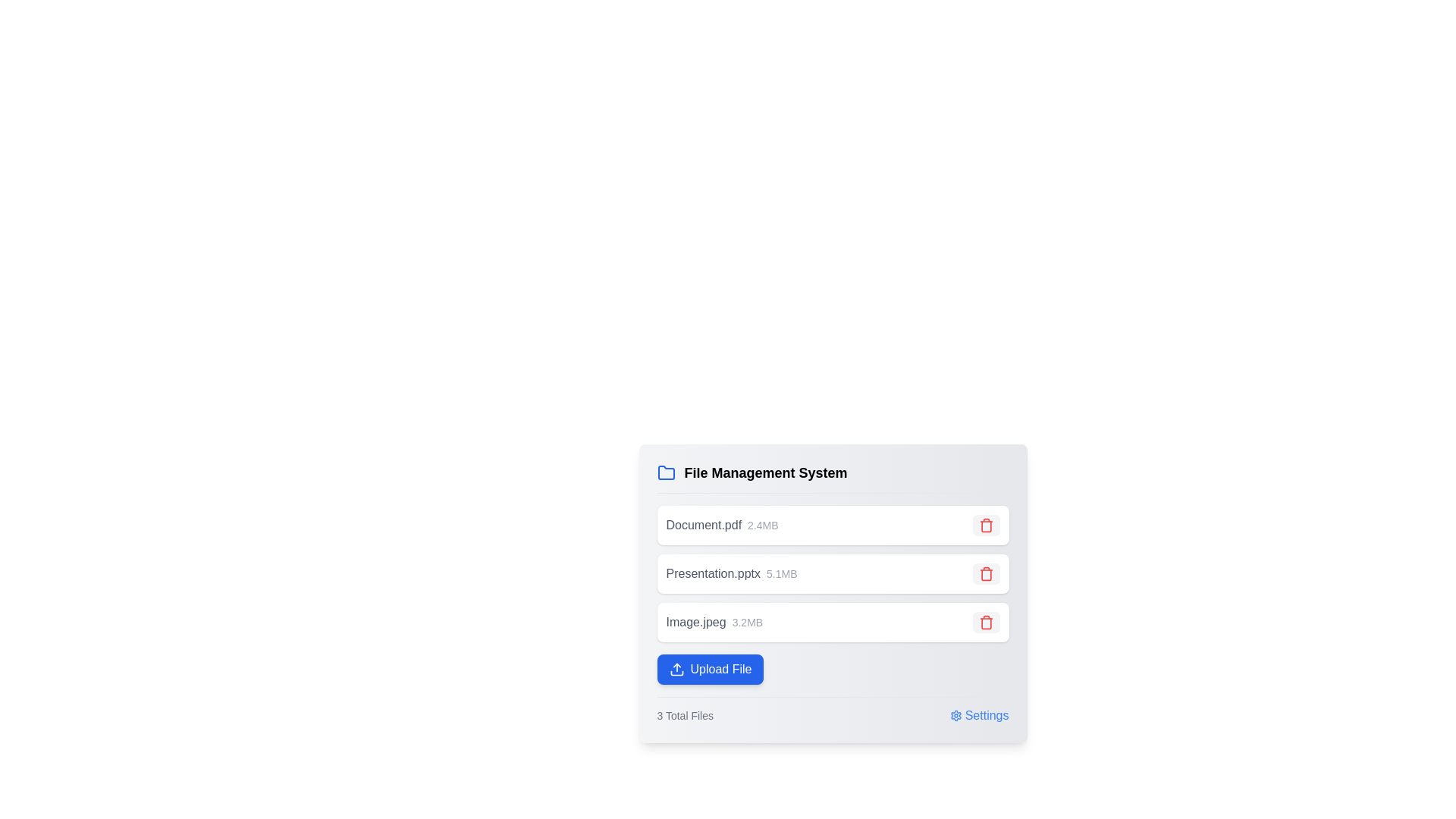 The height and width of the screenshot is (819, 1456). What do you see at coordinates (714, 623) in the screenshot?
I see `the textual display component that shows the filename 'Image.jpeg' and its size '3.2MB', which is the third item` at bounding box center [714, 623].